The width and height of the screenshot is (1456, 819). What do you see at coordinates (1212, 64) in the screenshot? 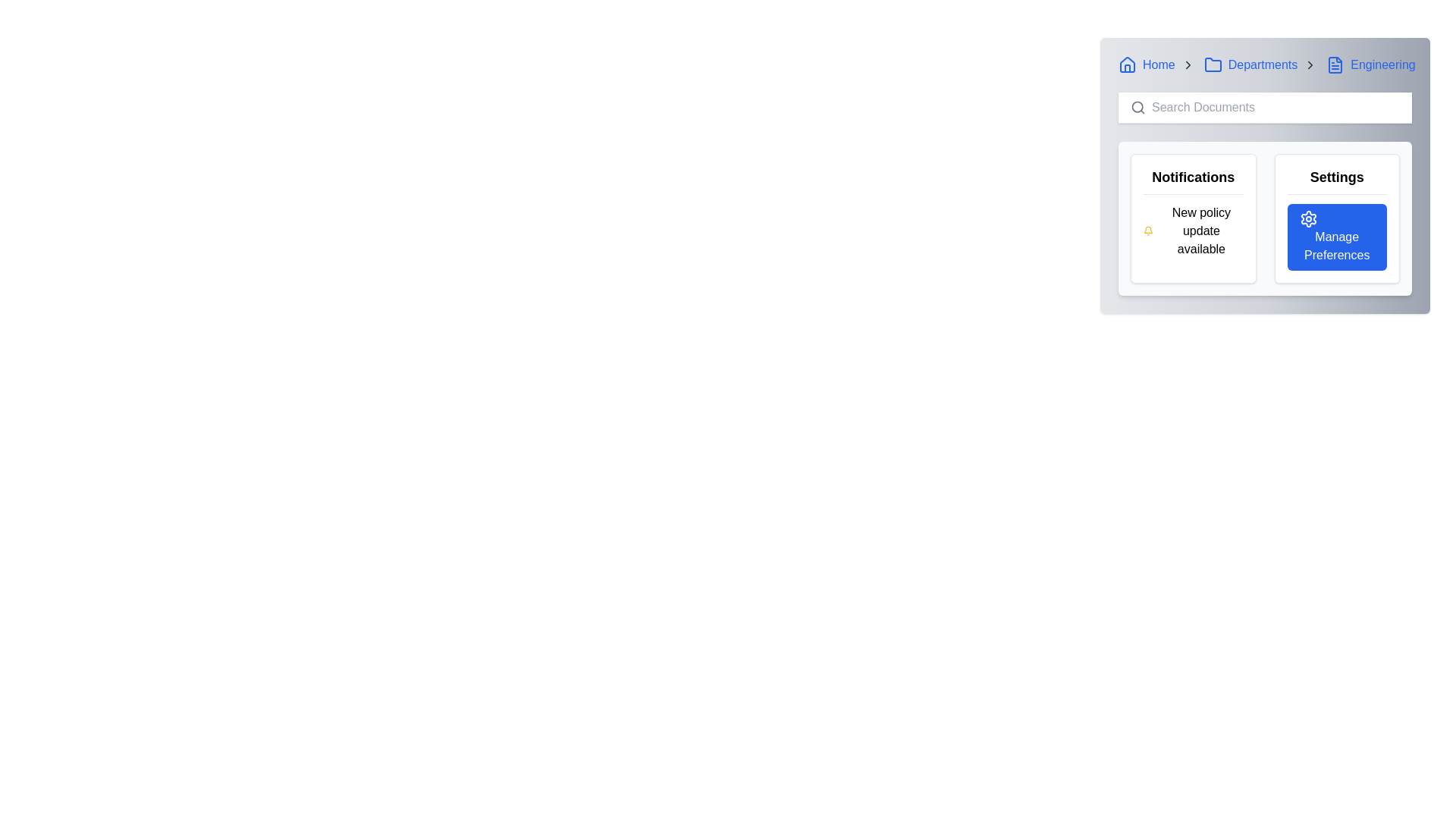
I see `the breadcrumb navigation icon located between the home icon on the left and the document icon on the right` at bounding box center [1212, 64].